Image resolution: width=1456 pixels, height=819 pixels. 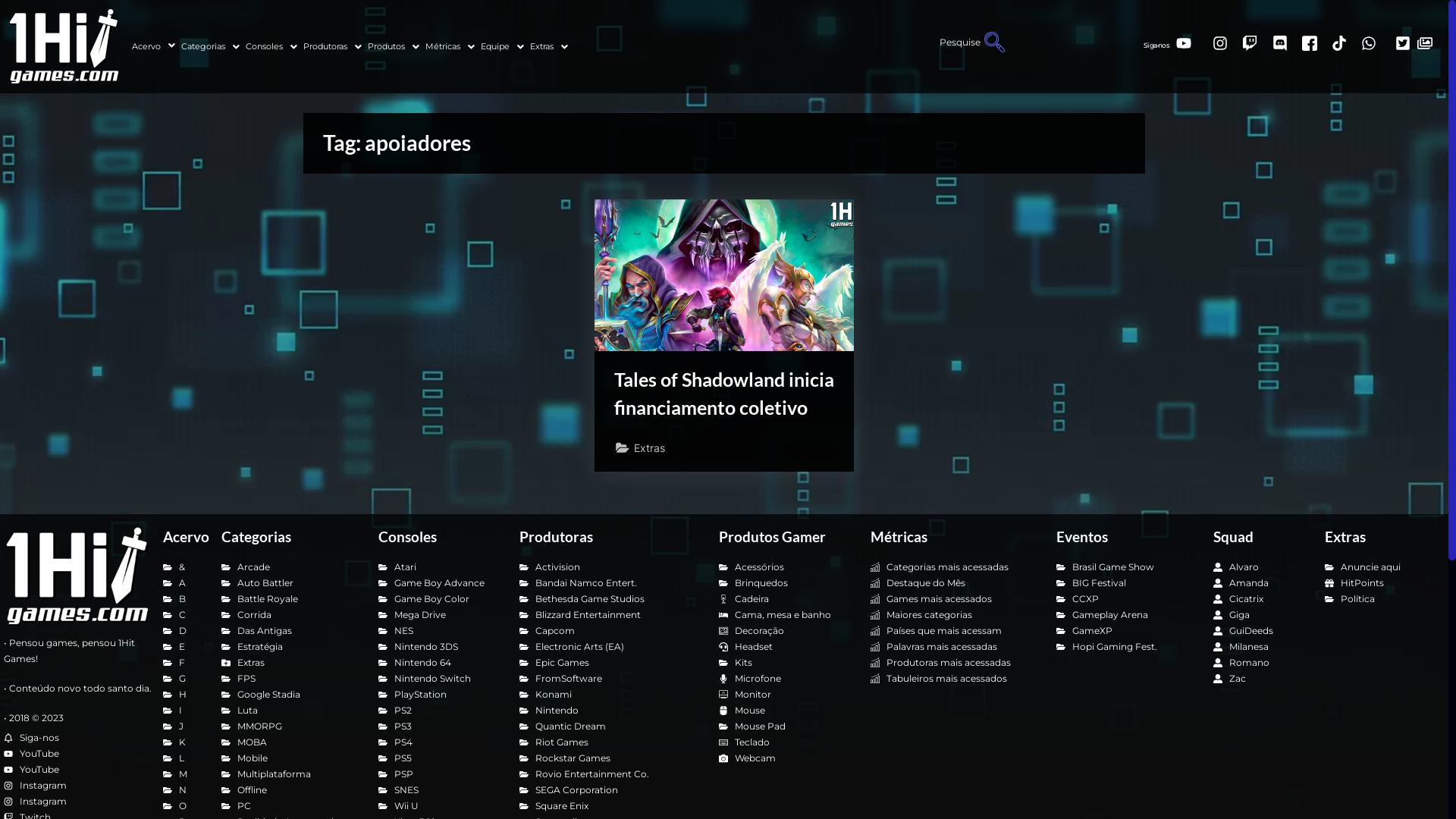 I want to click on 'Nintendo 3DS', so click(x=440, y=646).